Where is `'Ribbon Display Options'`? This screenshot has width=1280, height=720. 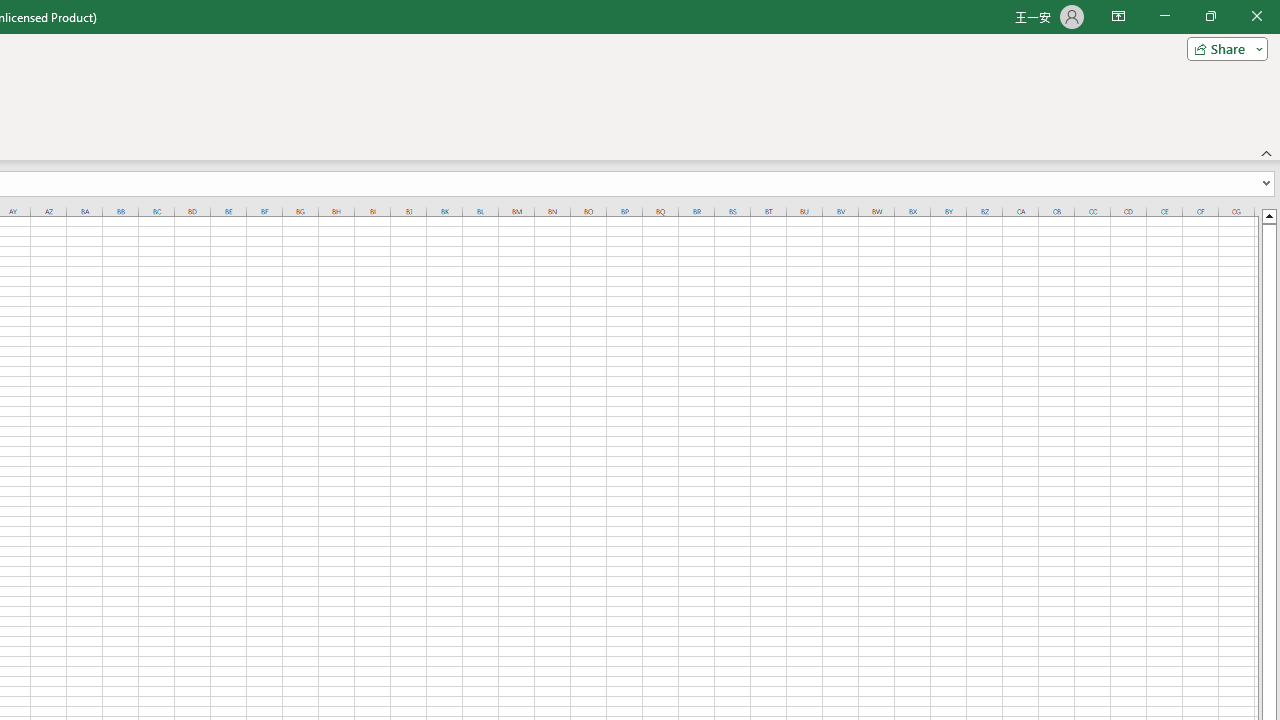
'Ribbon Display Options' is located at coordinates (1117, 16).